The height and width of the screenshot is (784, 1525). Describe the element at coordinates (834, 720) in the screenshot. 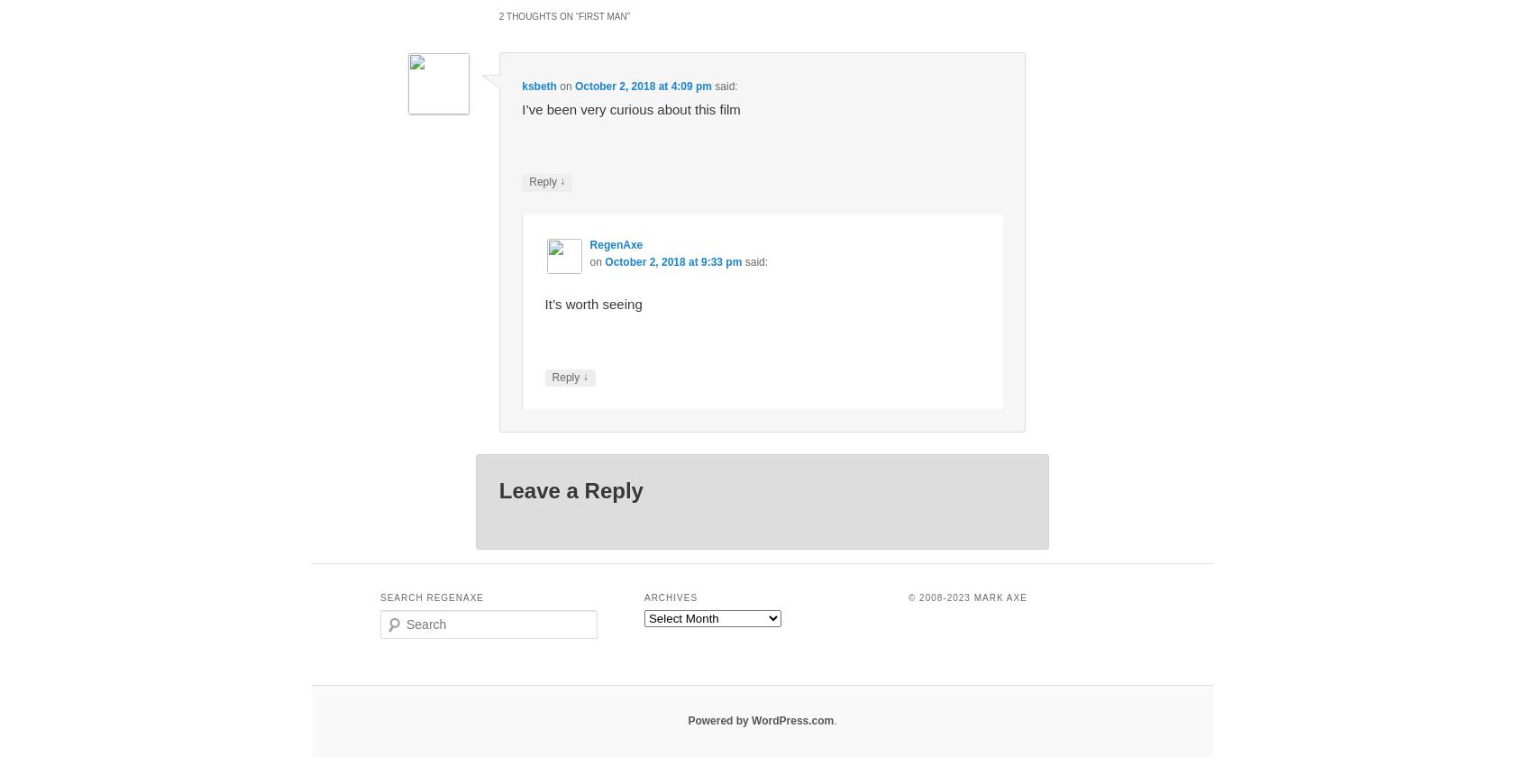

I see `'.'` at that location.